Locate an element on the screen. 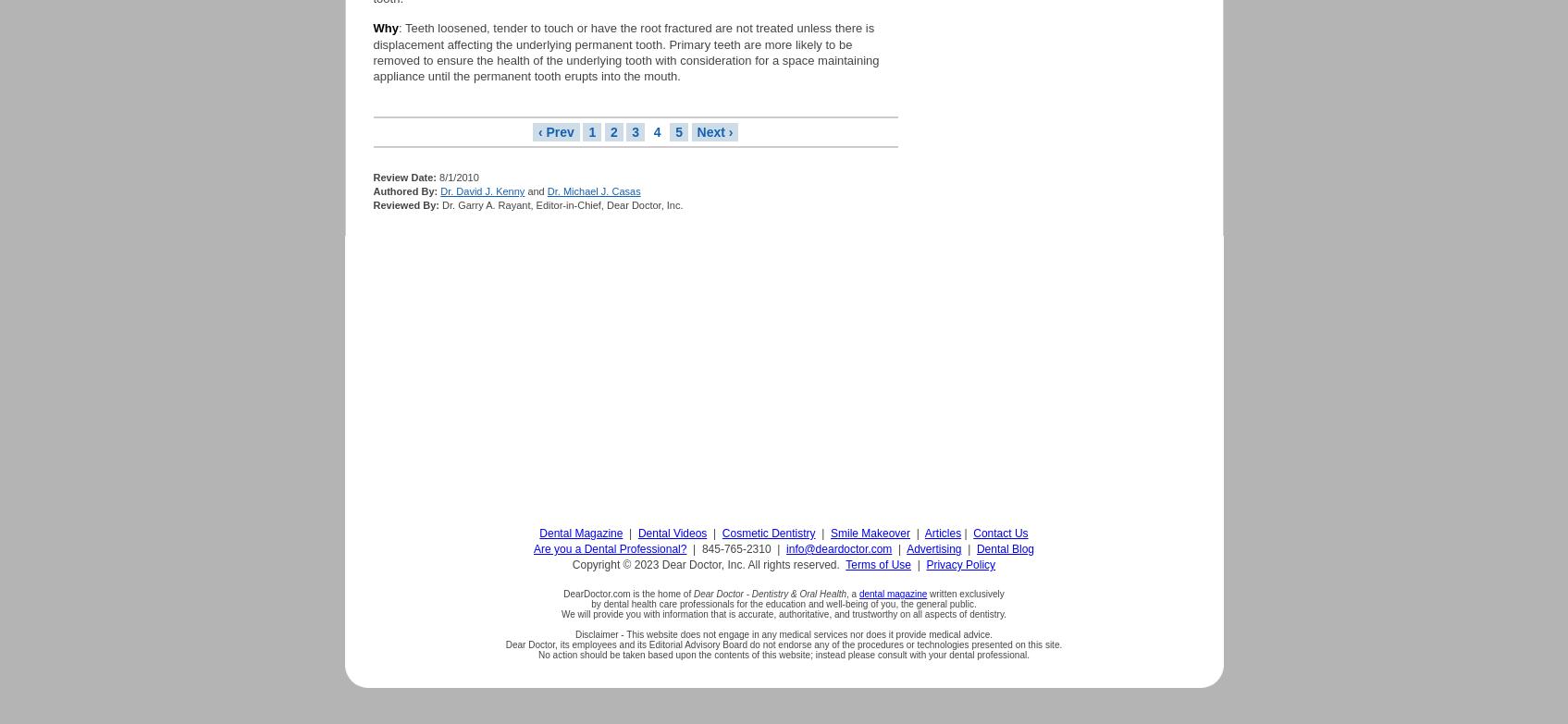 The width and height of the screenshot is (1568, 724). ': Teeth loosened, tender to touch or have the root fractured are not treated unless there is displacement affecting the underlying permanent tooth. Primary teeth are more likely to be removed to ensure the health of the underlying tooth with consideration for a space maintaining appliance until the permanent tooth erupts into the mouth.' is located at coordinates (625, 52).